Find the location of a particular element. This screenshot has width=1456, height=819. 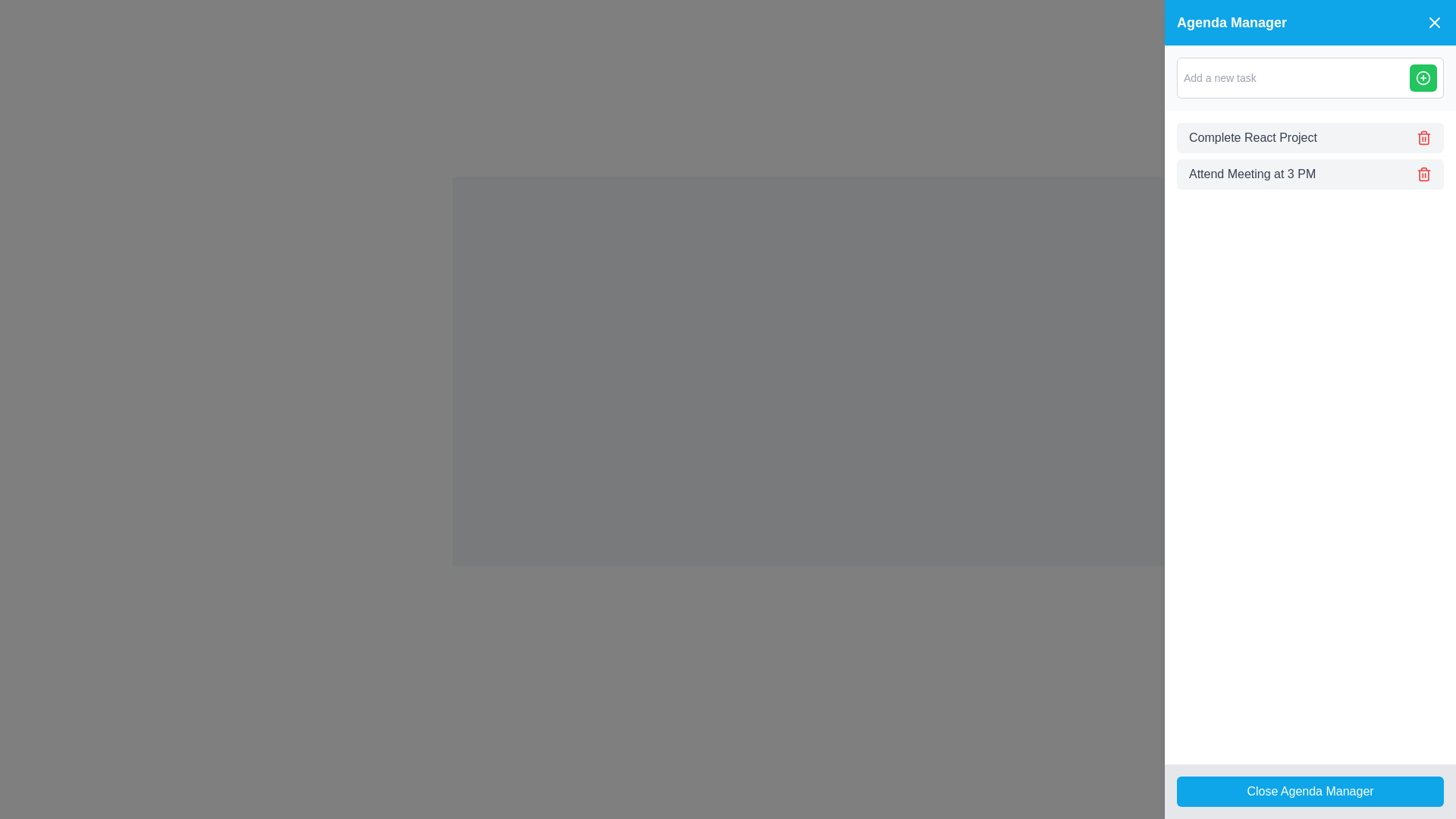

the button used to add a new task to the agenda list is located at coordinates (1422, 78).